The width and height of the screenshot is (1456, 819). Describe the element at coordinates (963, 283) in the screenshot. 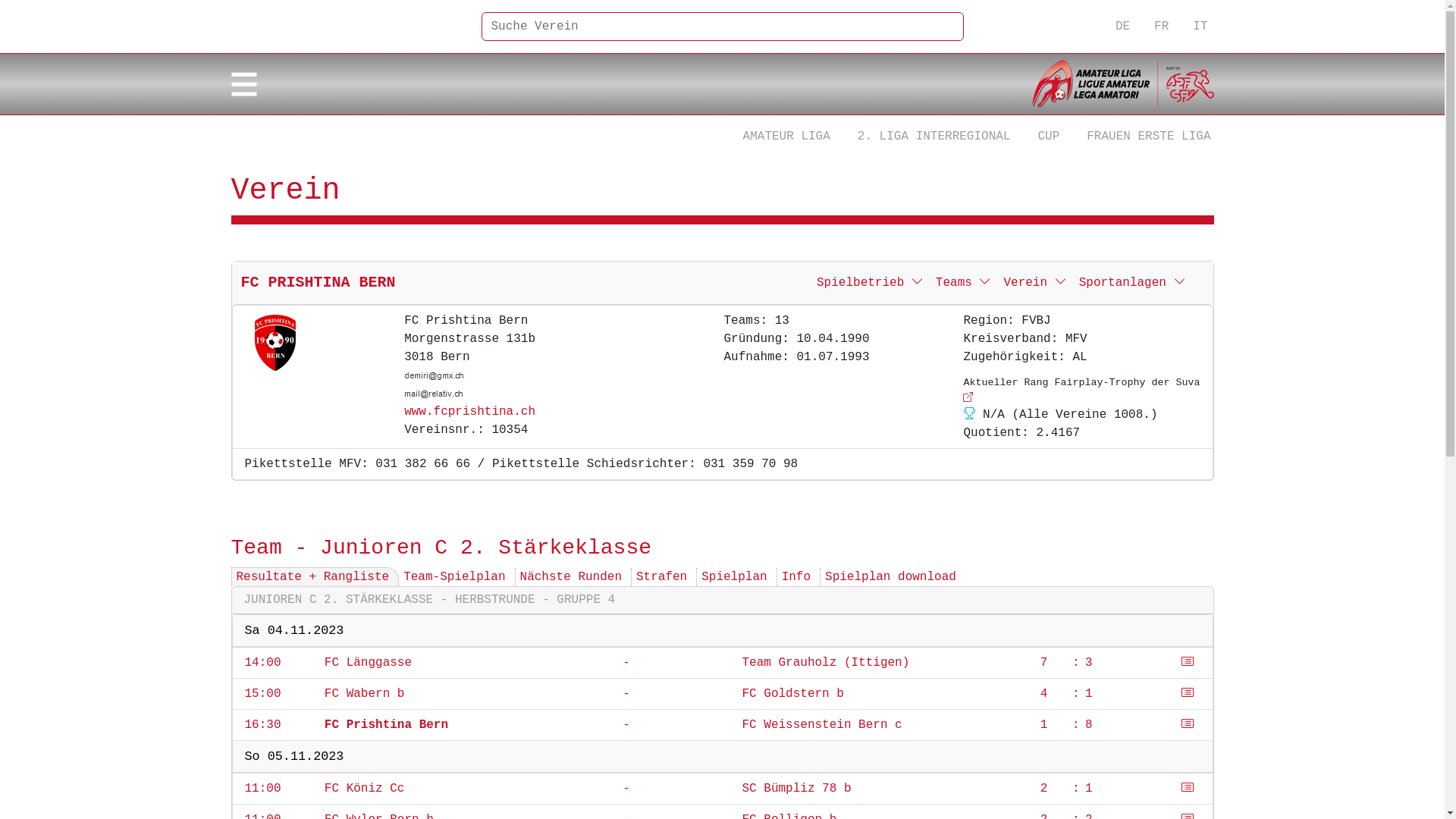

I see `'Teams'` at that location.